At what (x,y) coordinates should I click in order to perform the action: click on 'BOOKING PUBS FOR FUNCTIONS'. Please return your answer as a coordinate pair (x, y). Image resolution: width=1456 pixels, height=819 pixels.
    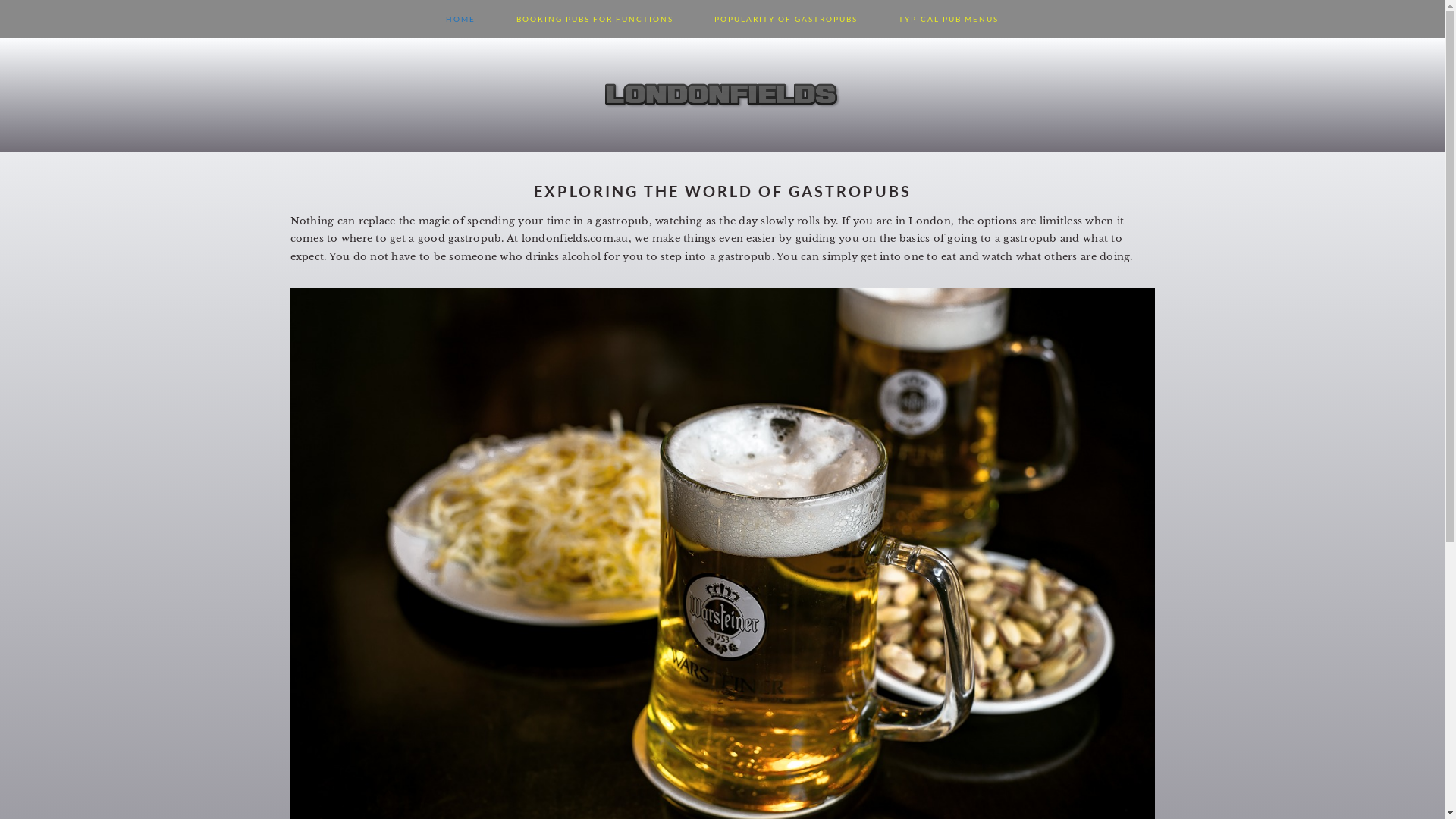
    Looking at the image, I should click on (594, 18).